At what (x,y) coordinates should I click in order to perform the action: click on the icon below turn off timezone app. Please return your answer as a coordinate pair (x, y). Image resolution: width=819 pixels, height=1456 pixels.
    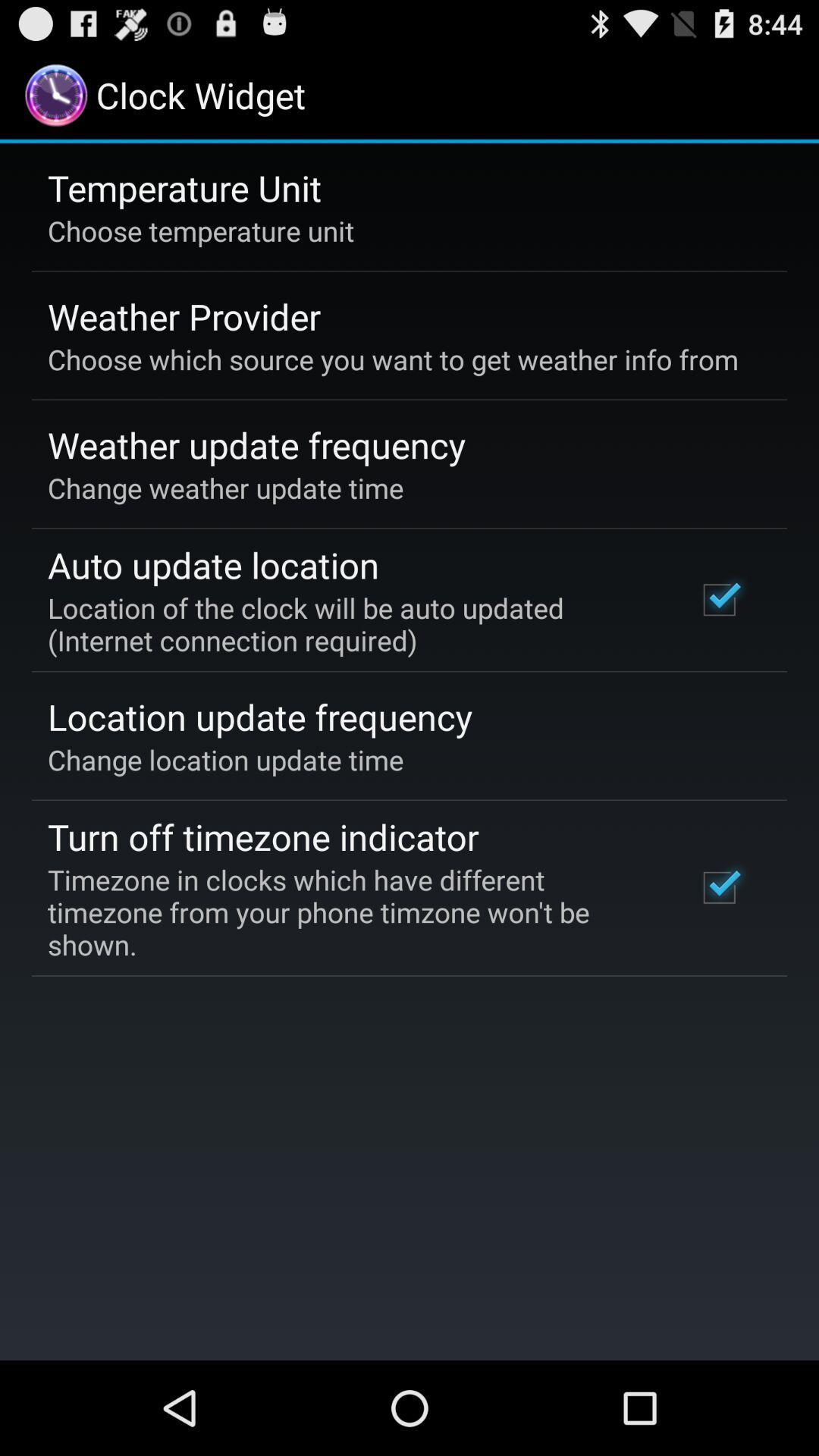
    Looking at the image, I should click on (351, 912).